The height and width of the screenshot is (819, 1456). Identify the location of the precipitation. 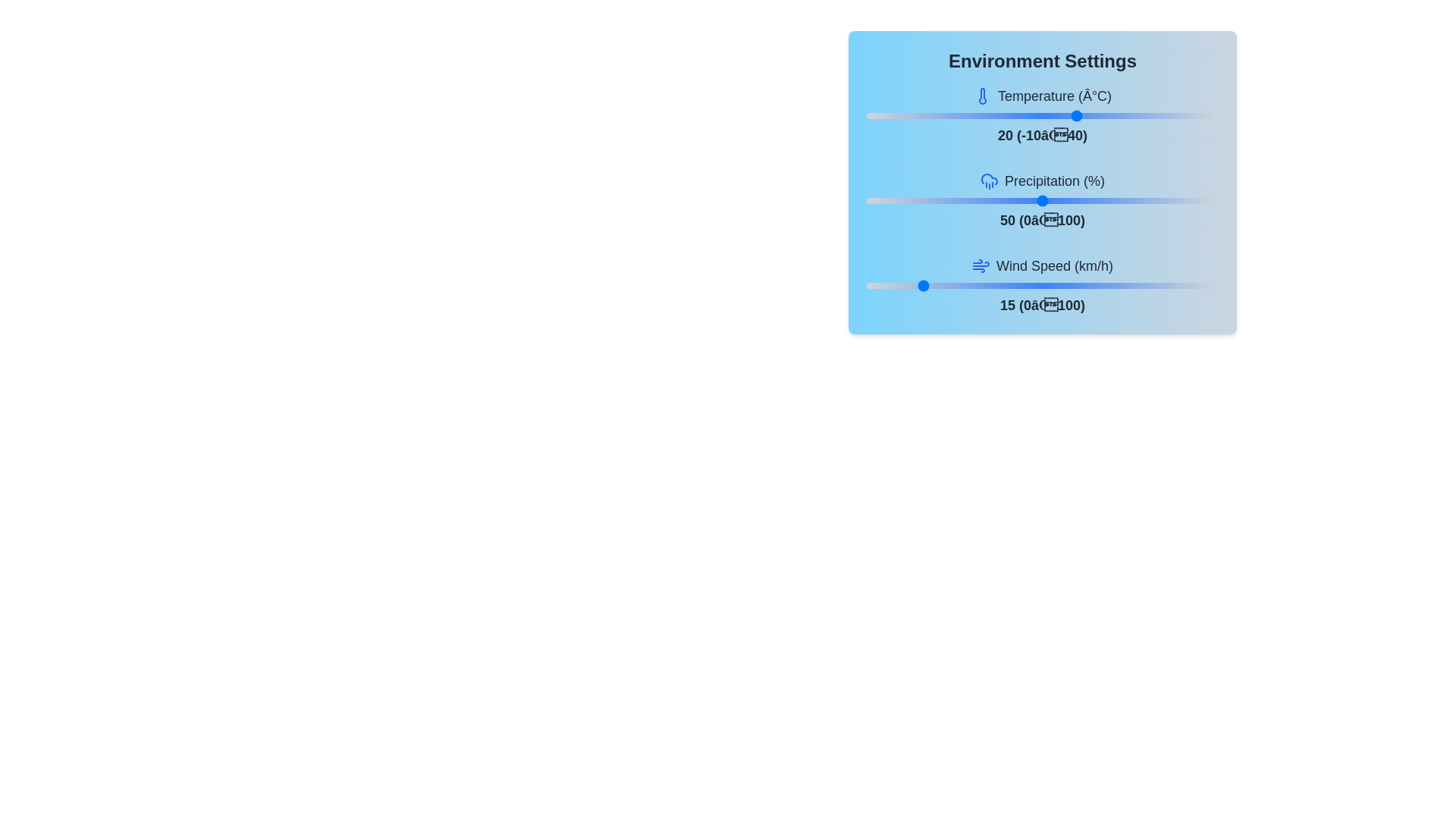
(986, 200).